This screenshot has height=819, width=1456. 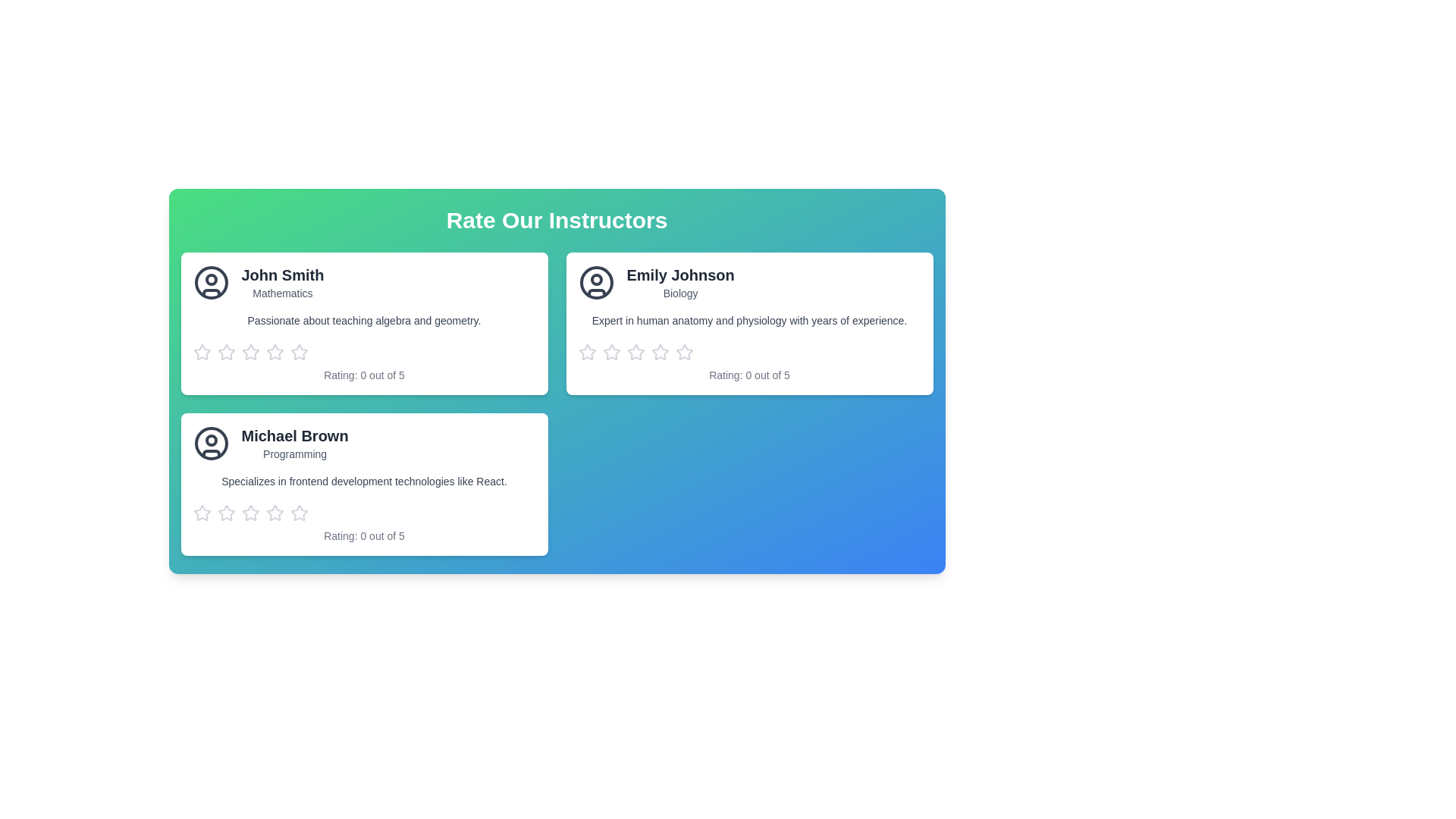 What do you see at coordinates (210, 444) in the screenshot?
I see `the user icon representing Michael Brown` at bounding box center [210, 444].